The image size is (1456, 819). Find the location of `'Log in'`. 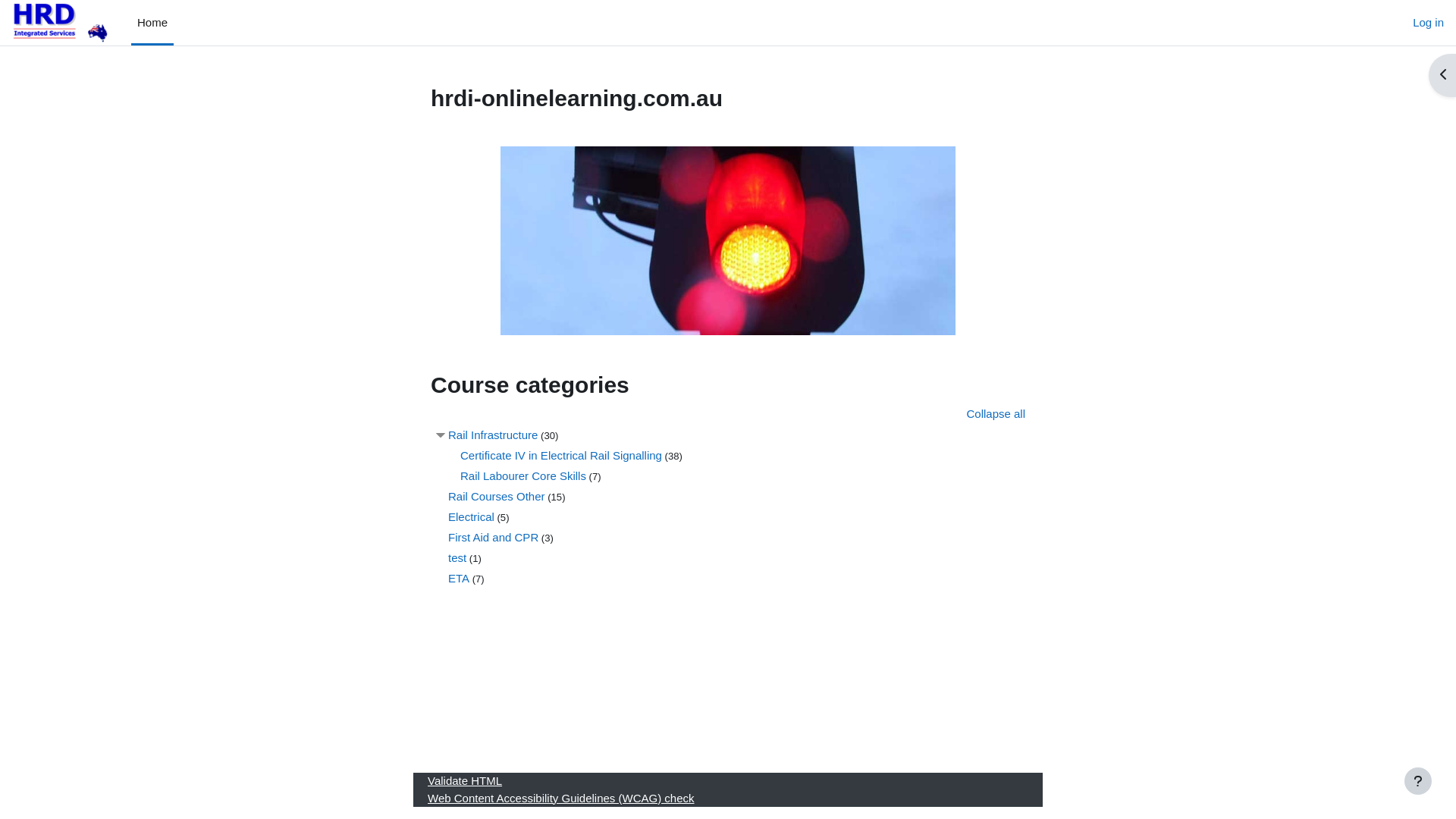

'Log in' is located at coordinates (1427, 23).